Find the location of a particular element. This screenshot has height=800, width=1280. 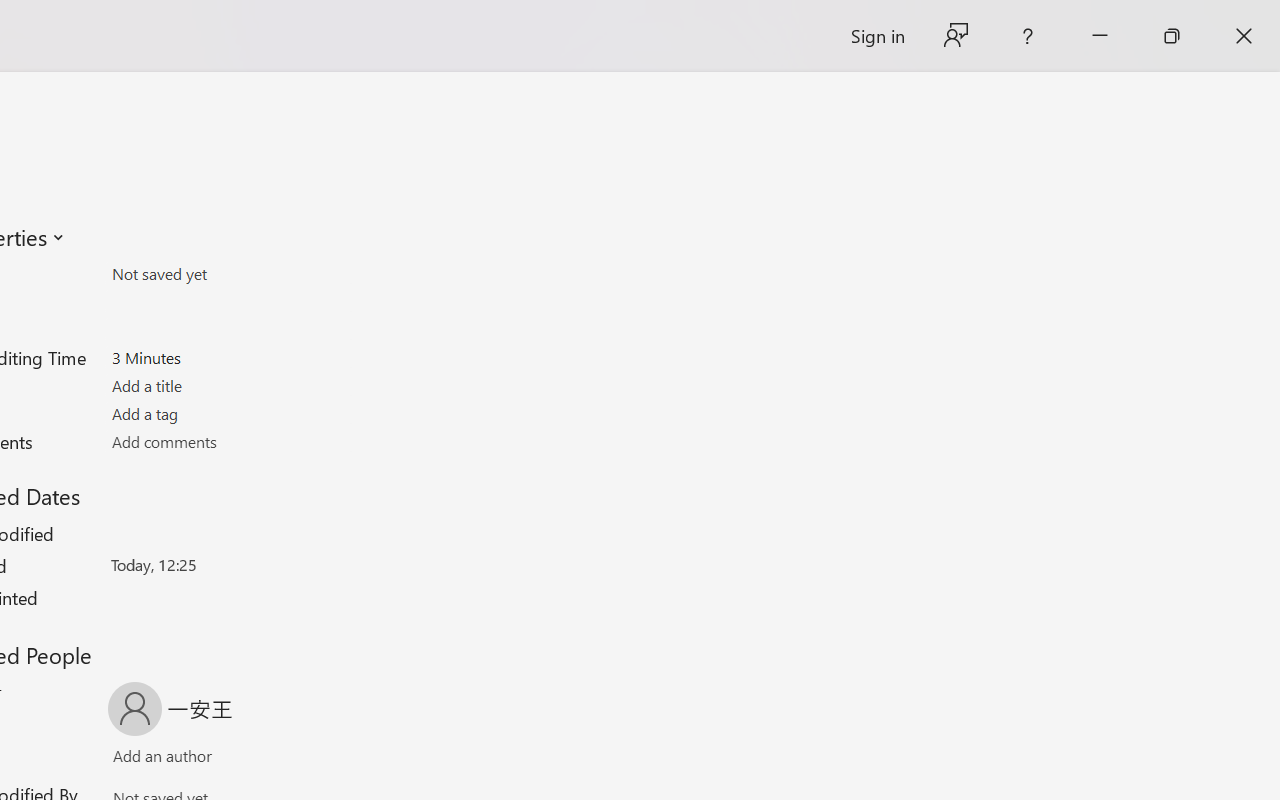

'Add an author' is located at coordinates (141, 760).